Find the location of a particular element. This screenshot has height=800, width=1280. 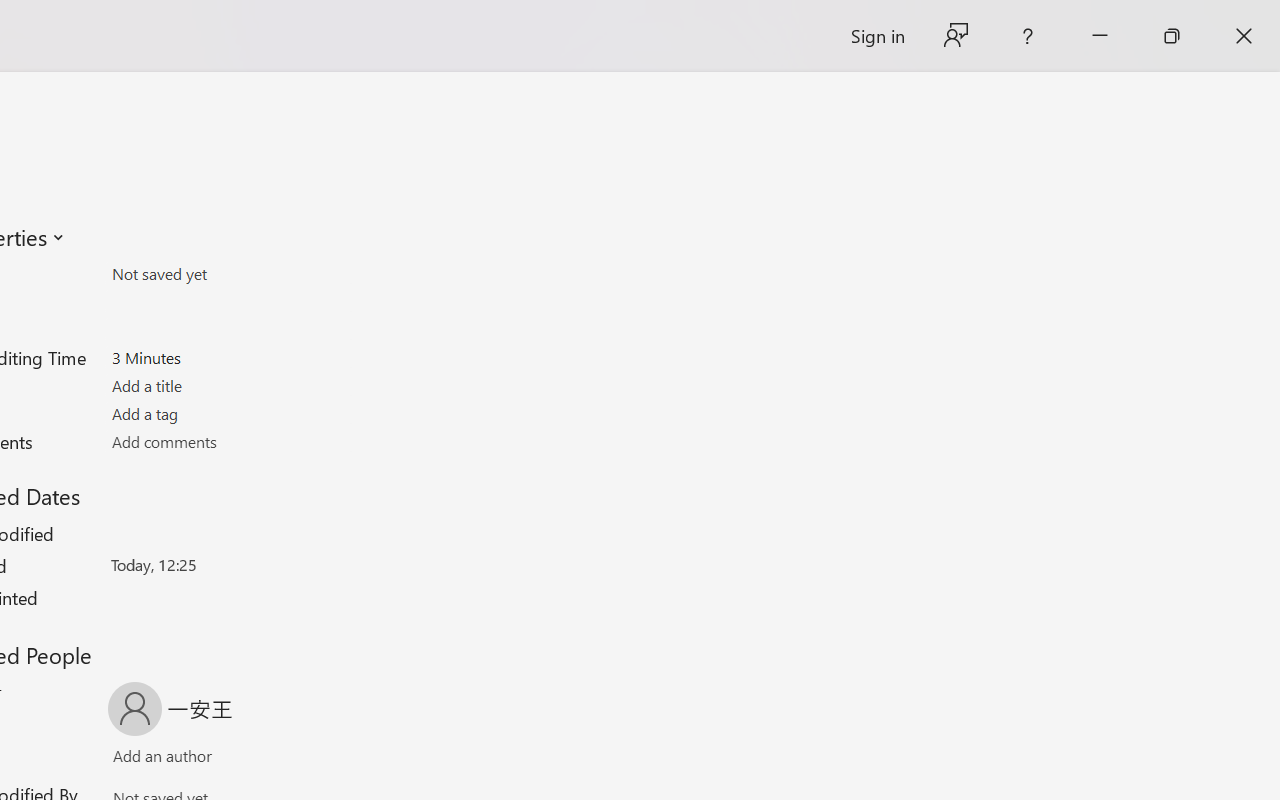

'Add an author' is located at coordinates (141, 760).